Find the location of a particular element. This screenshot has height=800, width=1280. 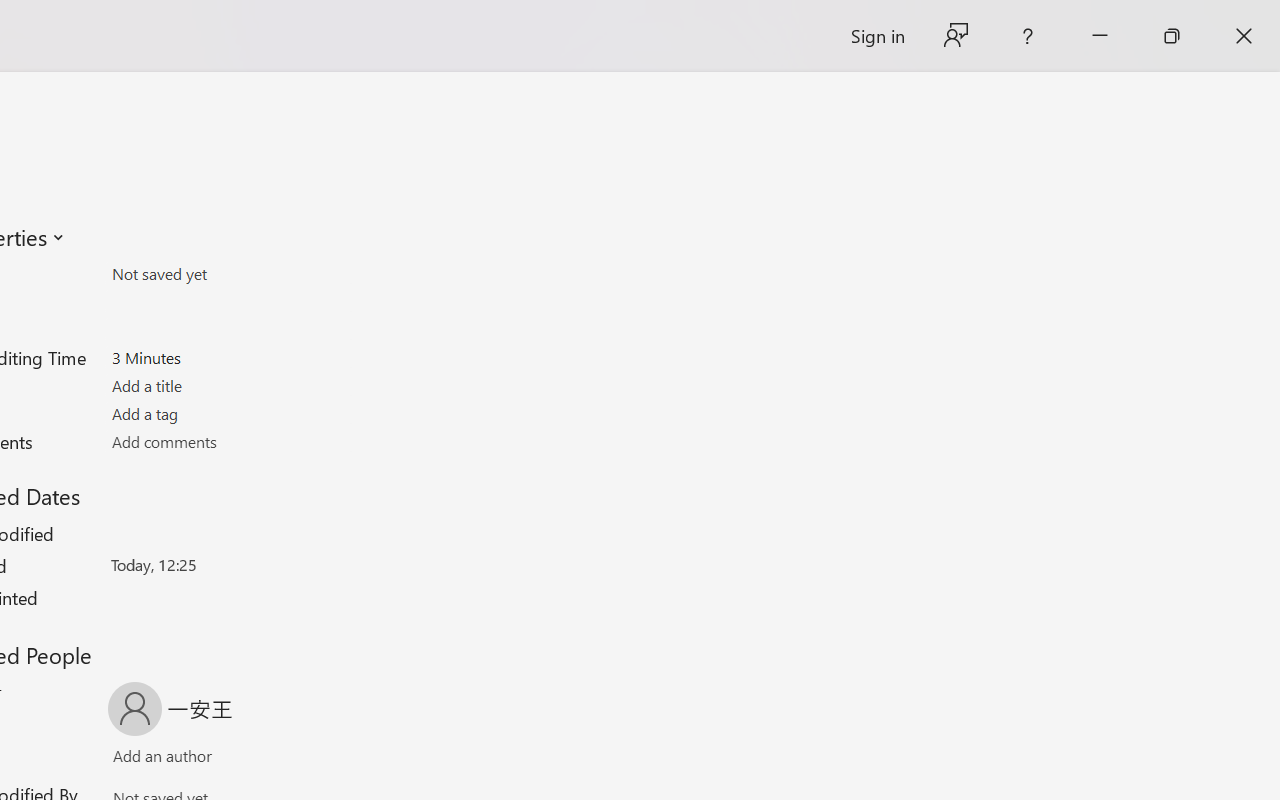

'Add an author' is located at coordinates (141, 760).